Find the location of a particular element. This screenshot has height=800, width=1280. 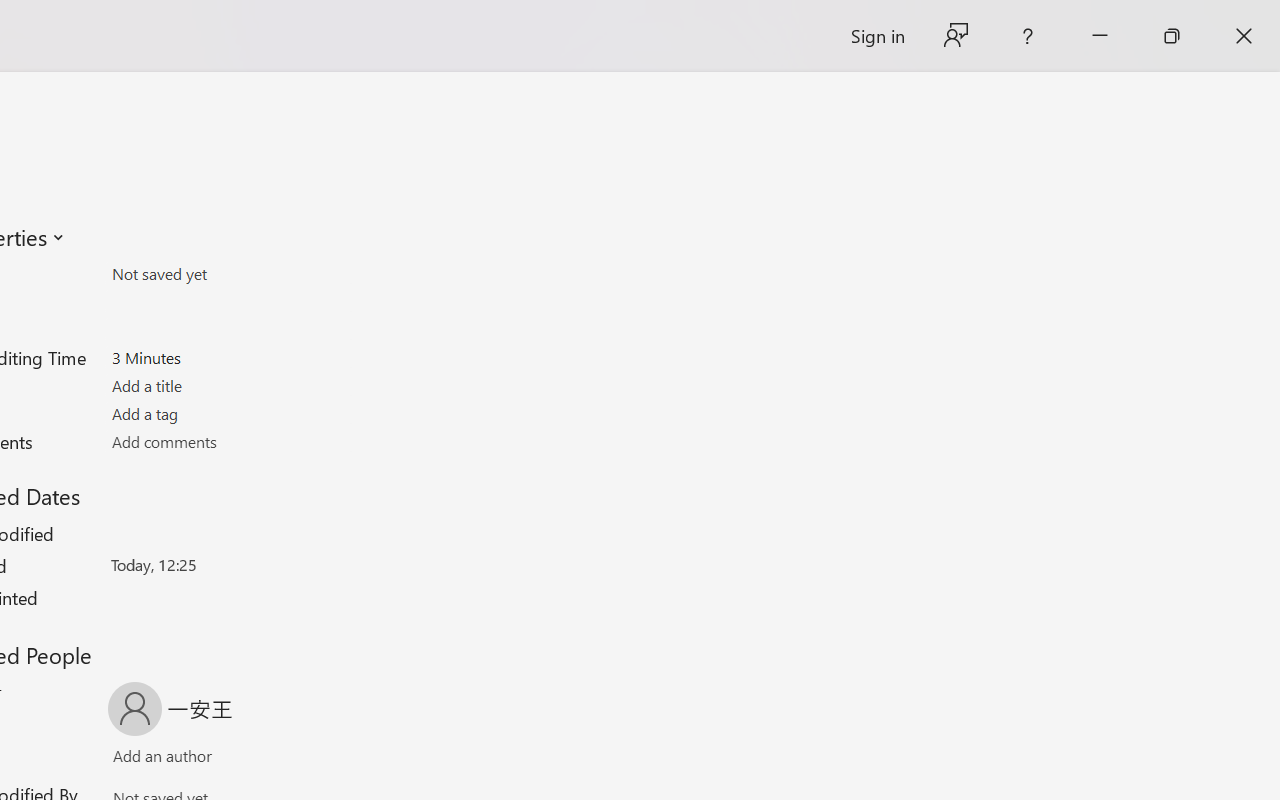

'Add an author' is located at coordinates (141, 760).